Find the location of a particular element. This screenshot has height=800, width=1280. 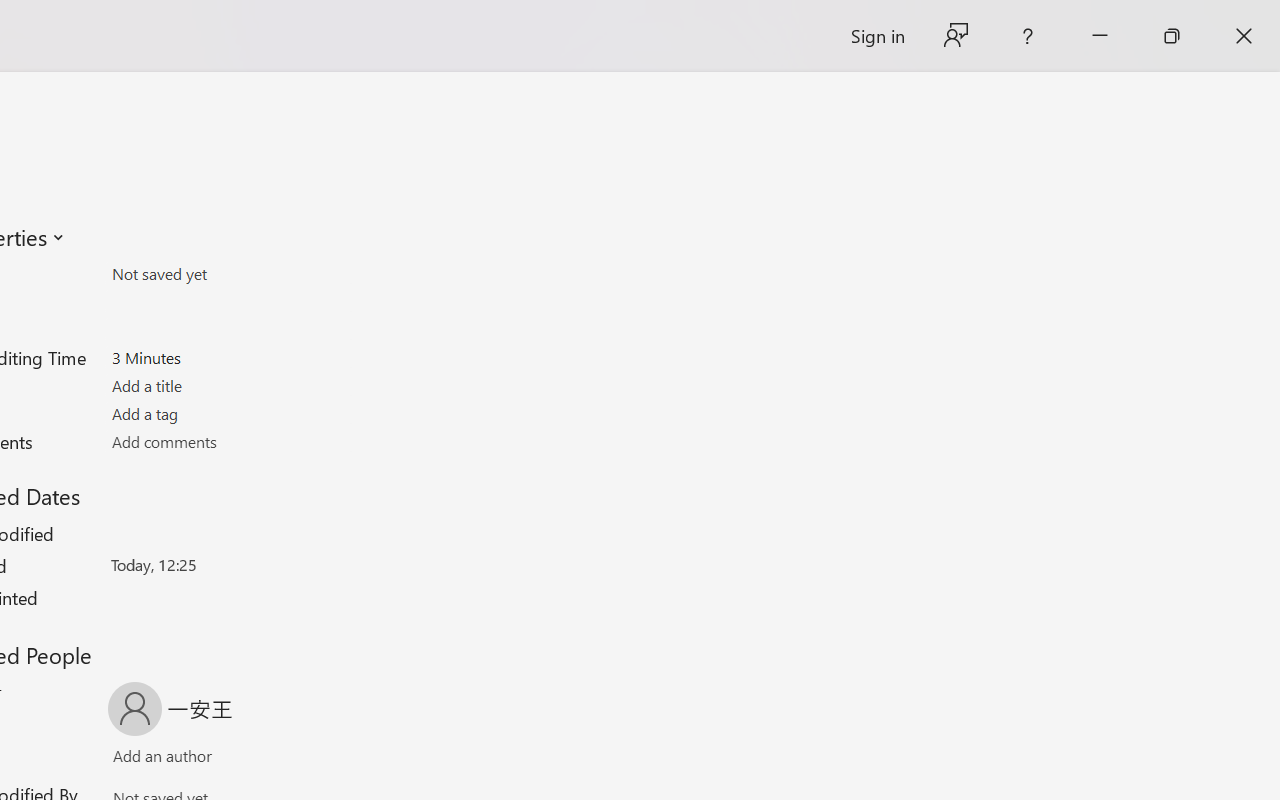

'Add an author' is located at coordinates (141, 760).